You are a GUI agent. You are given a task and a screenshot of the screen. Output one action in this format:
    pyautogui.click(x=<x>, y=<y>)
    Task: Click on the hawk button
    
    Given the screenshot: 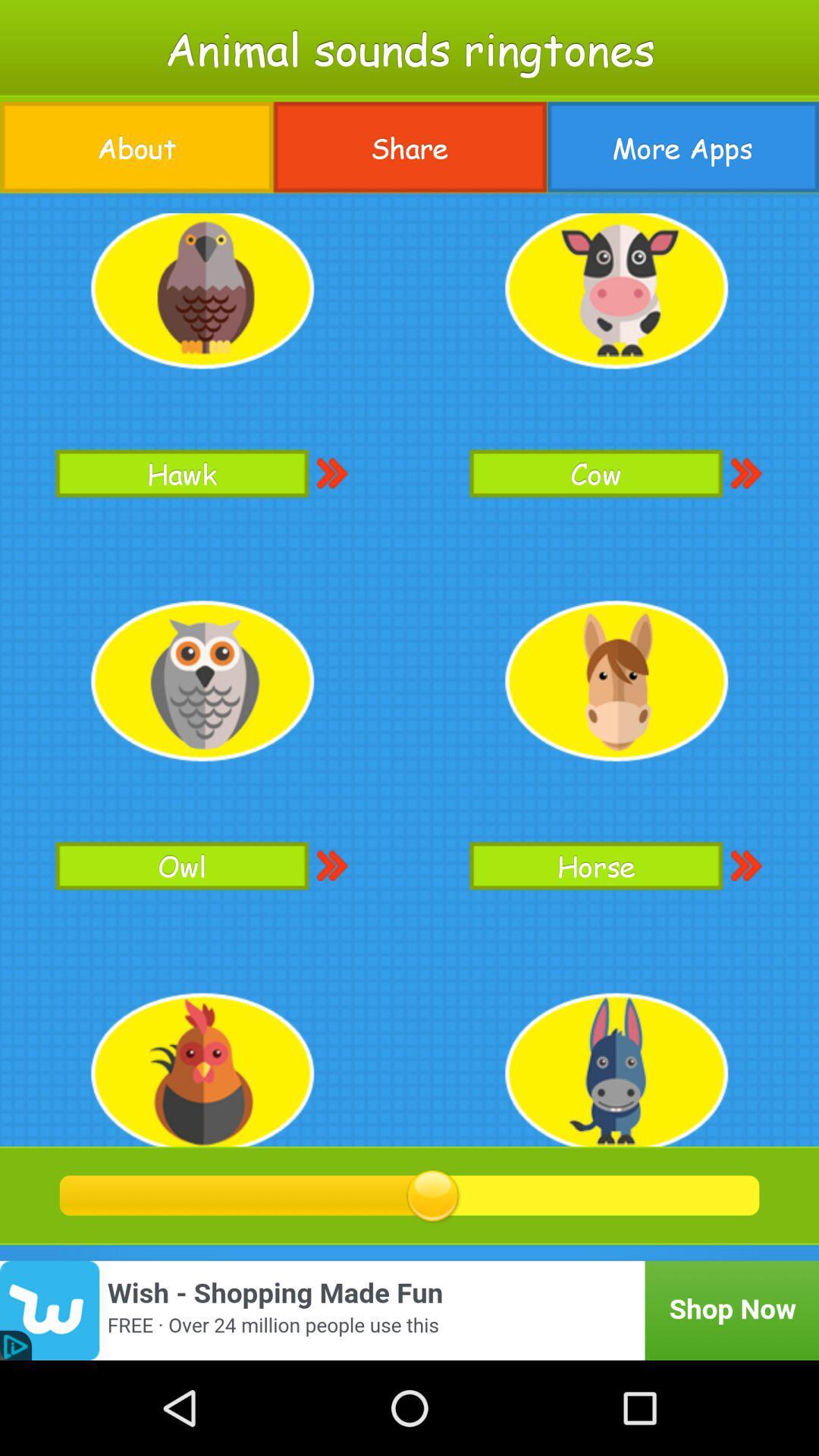 What is the action you would take?
    pyautogui.click(x=181, y=472)
    